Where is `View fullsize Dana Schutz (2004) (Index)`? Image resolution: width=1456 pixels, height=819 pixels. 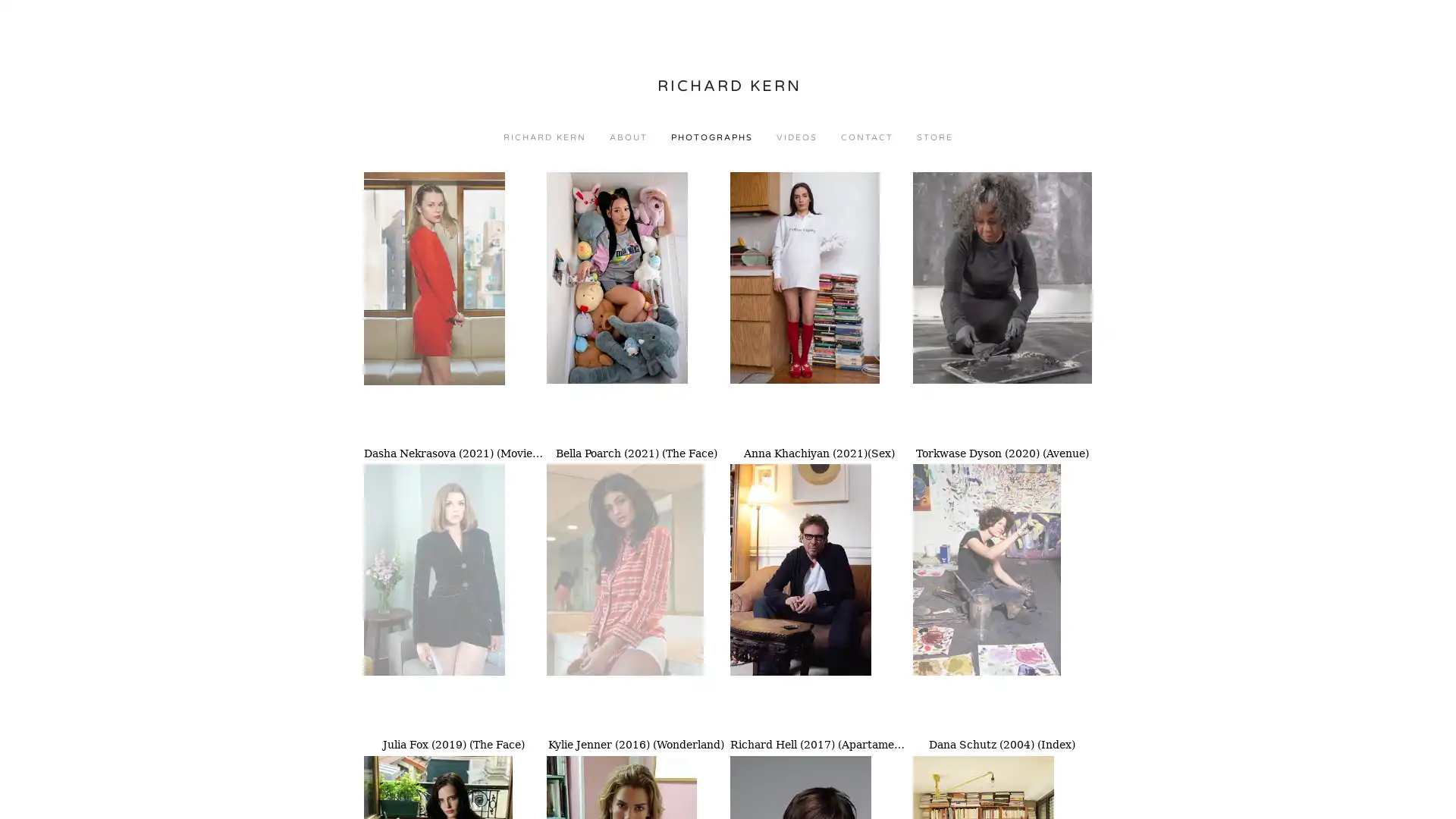
View fullsize Dana Schutz (2004) (Index) is located at coordinates (1002, 597).